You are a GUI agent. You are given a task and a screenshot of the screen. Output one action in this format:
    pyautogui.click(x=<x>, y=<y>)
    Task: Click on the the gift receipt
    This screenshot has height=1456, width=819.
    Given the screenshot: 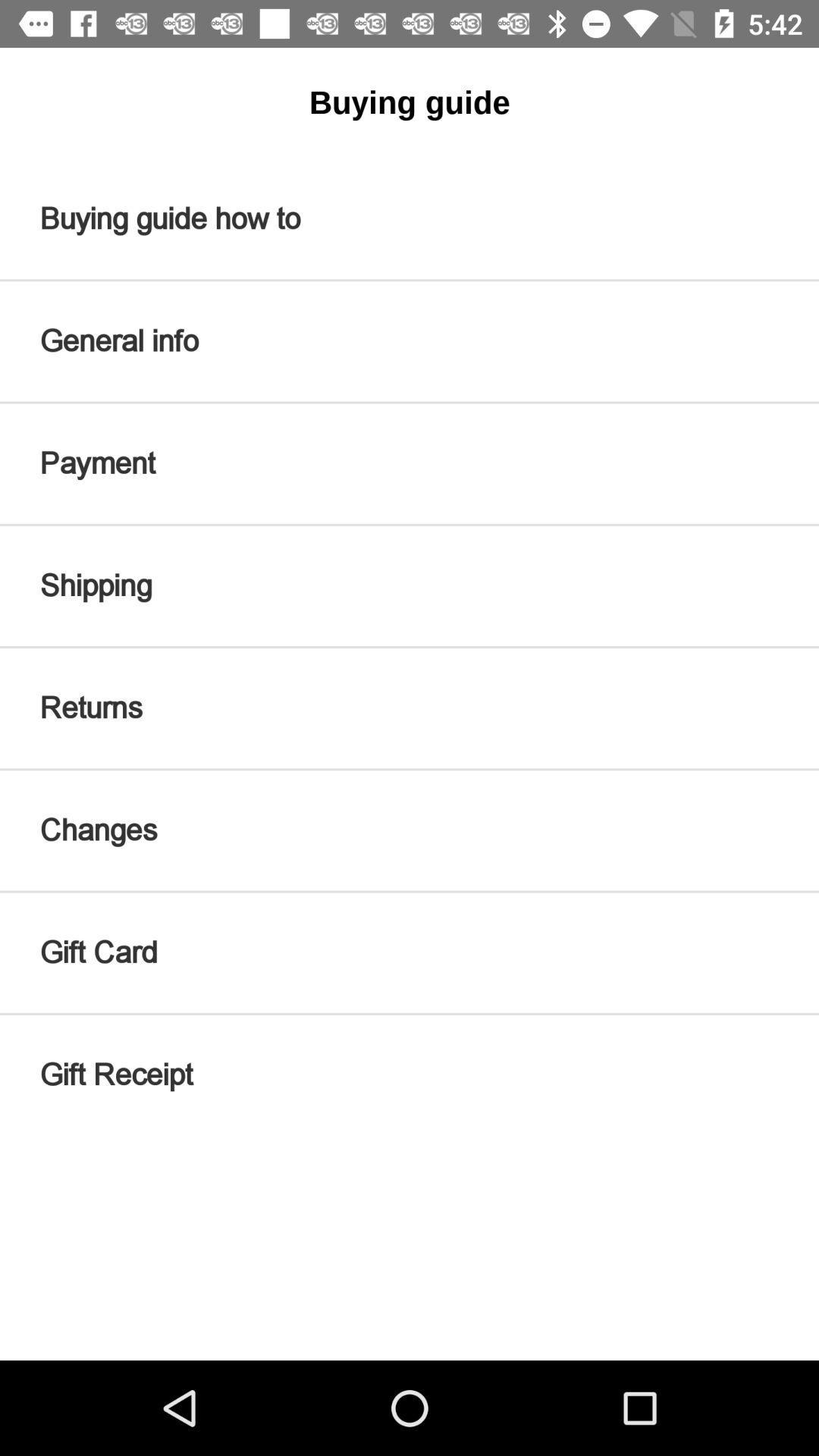 What is the action you would take?
    pyautogui.click(x=409, y=1074)
    